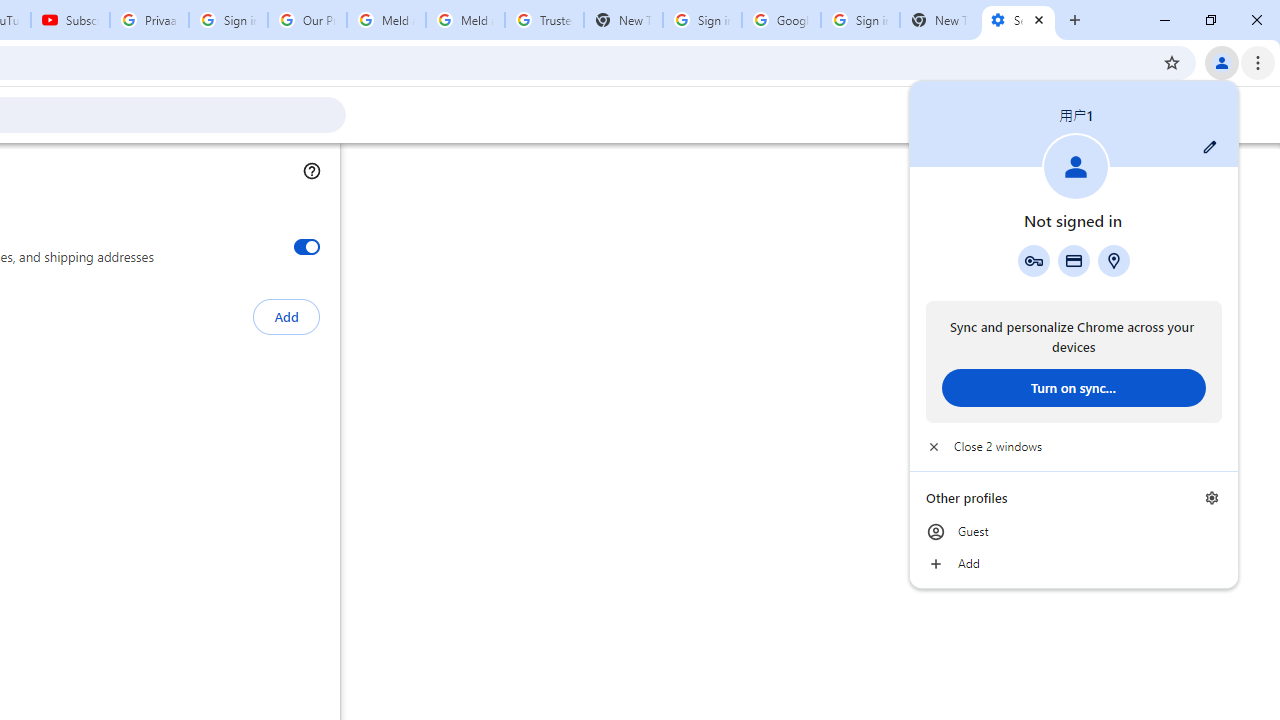 This screenshot has height=720, width=1280. I want to click on 'Sign in - Google Accounts', so click(702, 20).